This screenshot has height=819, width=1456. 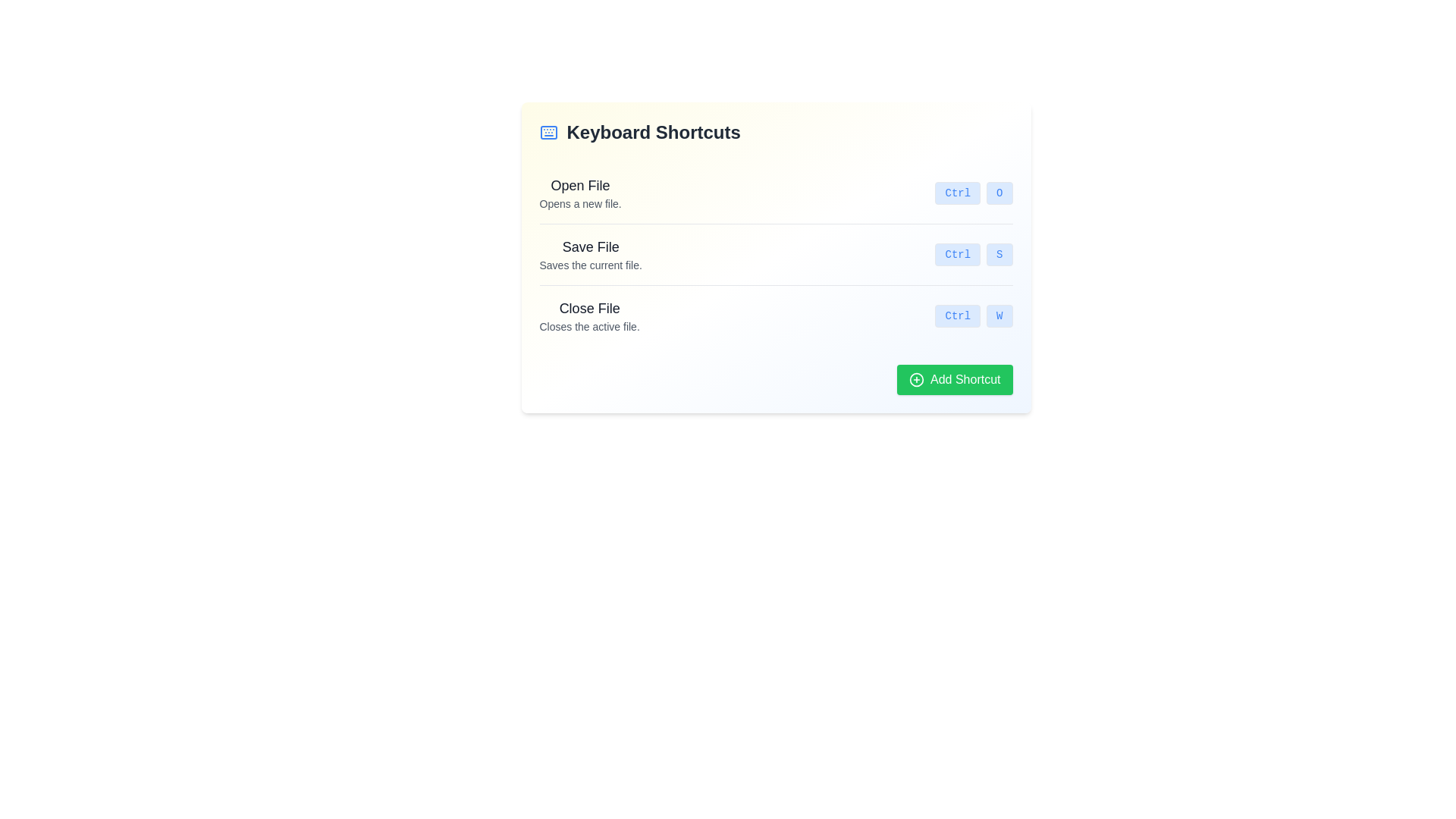 I want to click on the add keyboard shortcut button located at the bottom right corner of the visible group of elements, so click(x=954, y=379).